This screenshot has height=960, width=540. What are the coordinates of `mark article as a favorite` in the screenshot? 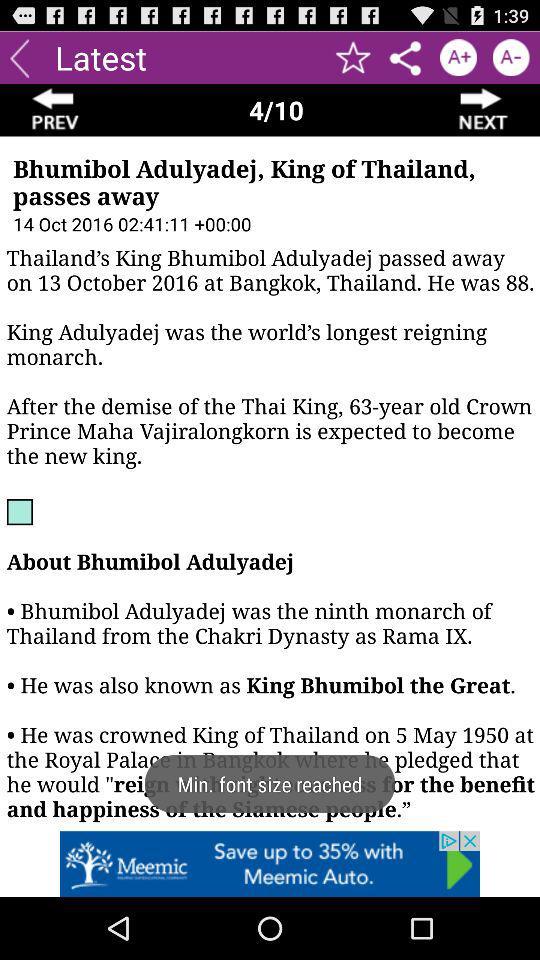 It's located at (352, 56).